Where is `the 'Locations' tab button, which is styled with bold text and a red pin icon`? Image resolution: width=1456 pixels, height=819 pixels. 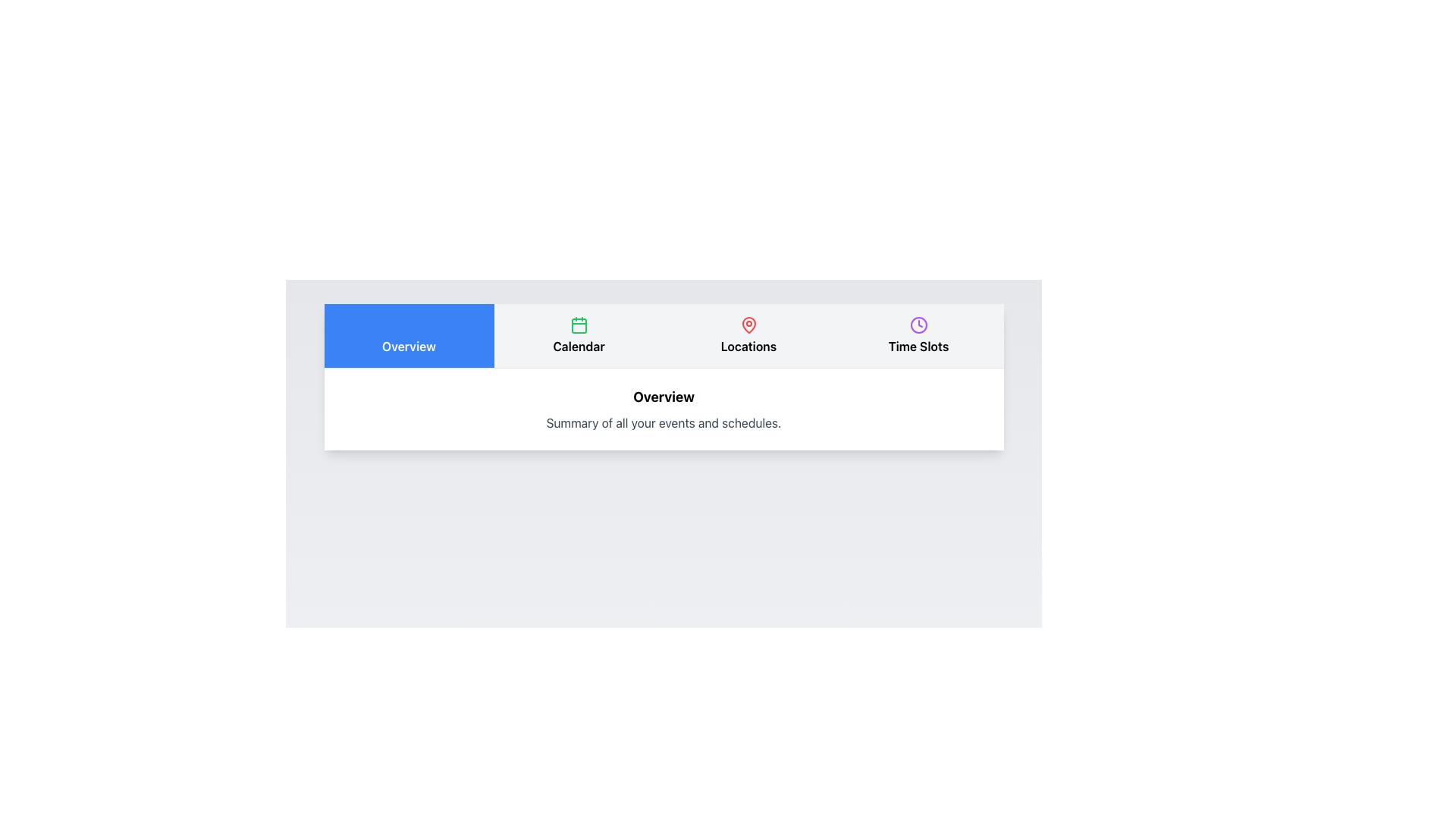
the 'Locations' tab button, which is styled with bold text and a red pin icon is located at coordinates (748, 335).